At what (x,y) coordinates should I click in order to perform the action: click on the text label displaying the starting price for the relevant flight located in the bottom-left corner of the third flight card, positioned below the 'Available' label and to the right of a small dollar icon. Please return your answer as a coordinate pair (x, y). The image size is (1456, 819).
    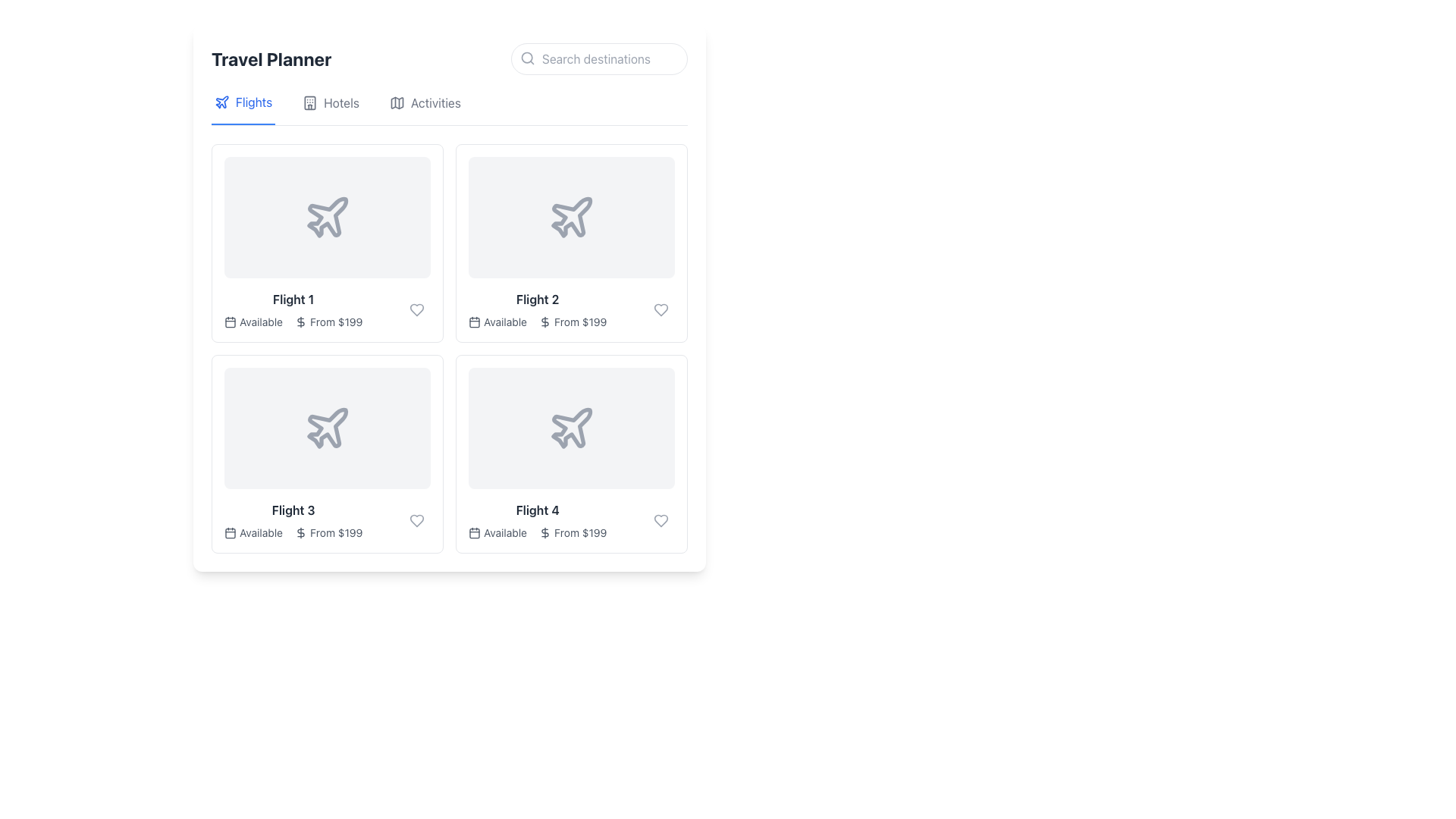
    Looking at the image, I should click on (335, 532).